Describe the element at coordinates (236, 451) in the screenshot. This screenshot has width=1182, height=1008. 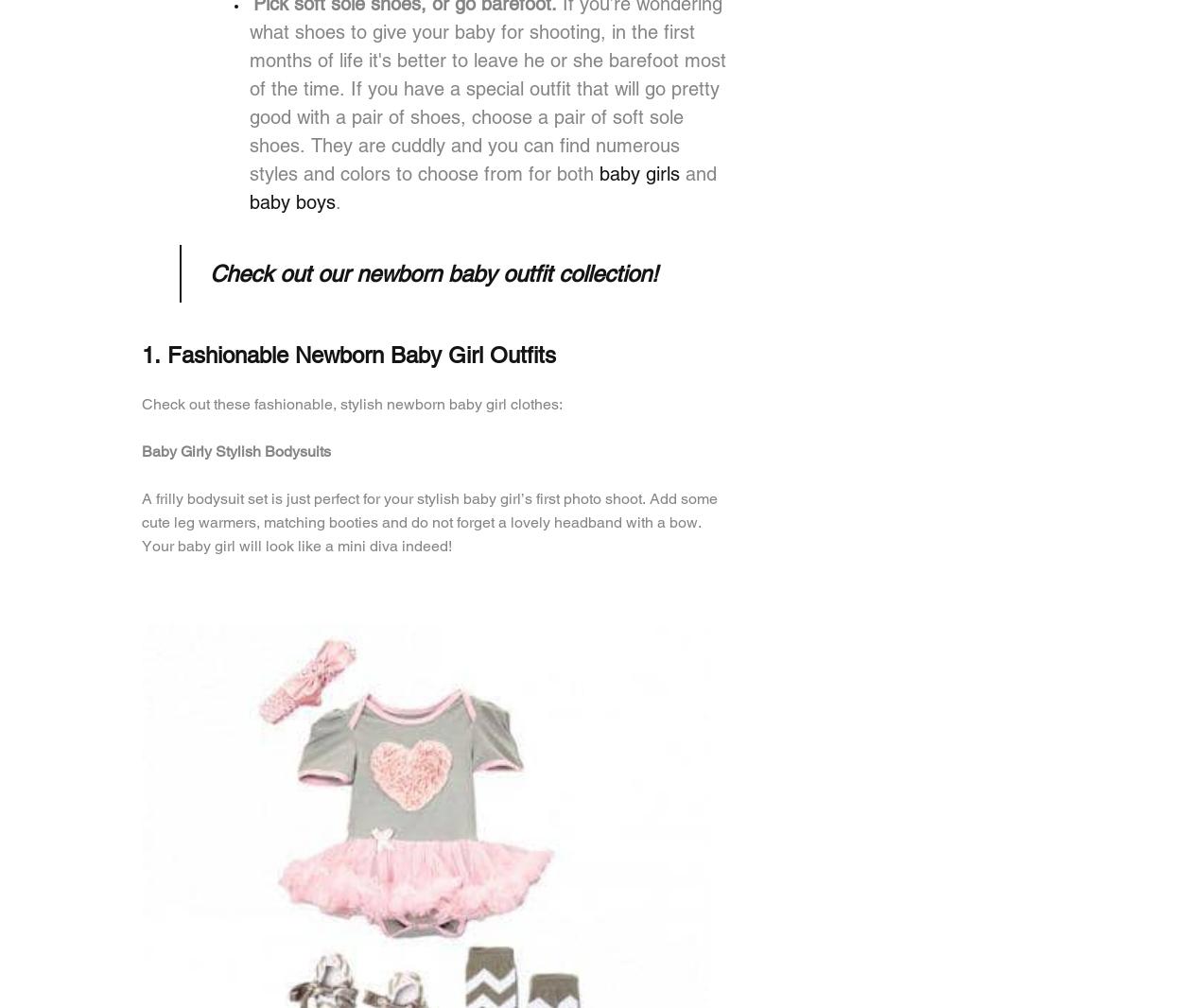
I see `'Baby Girly Stylish Bodysuits'` at that location.